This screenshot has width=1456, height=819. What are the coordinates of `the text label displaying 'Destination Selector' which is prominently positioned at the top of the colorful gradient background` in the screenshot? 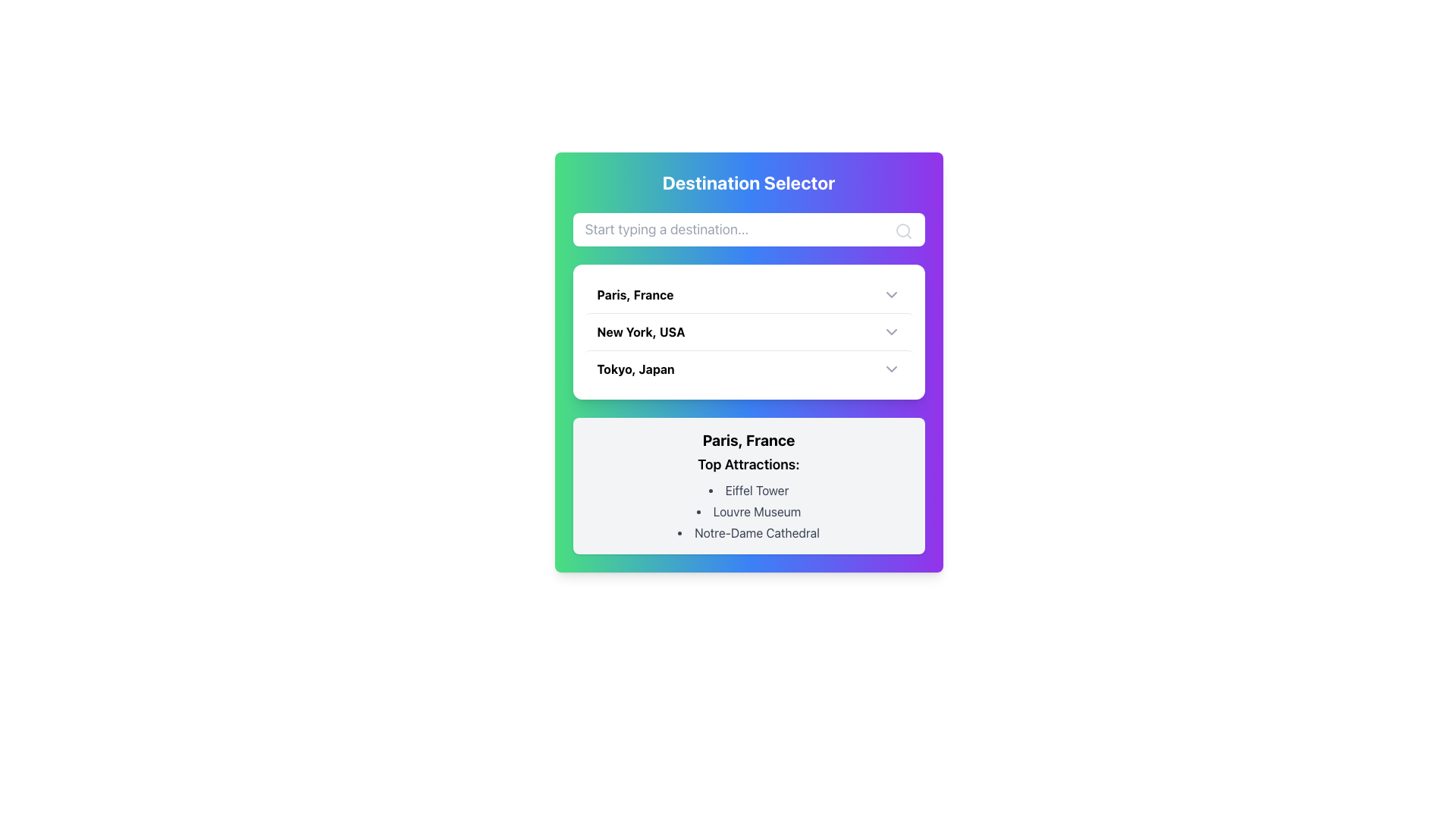 It's located at (748, 181).